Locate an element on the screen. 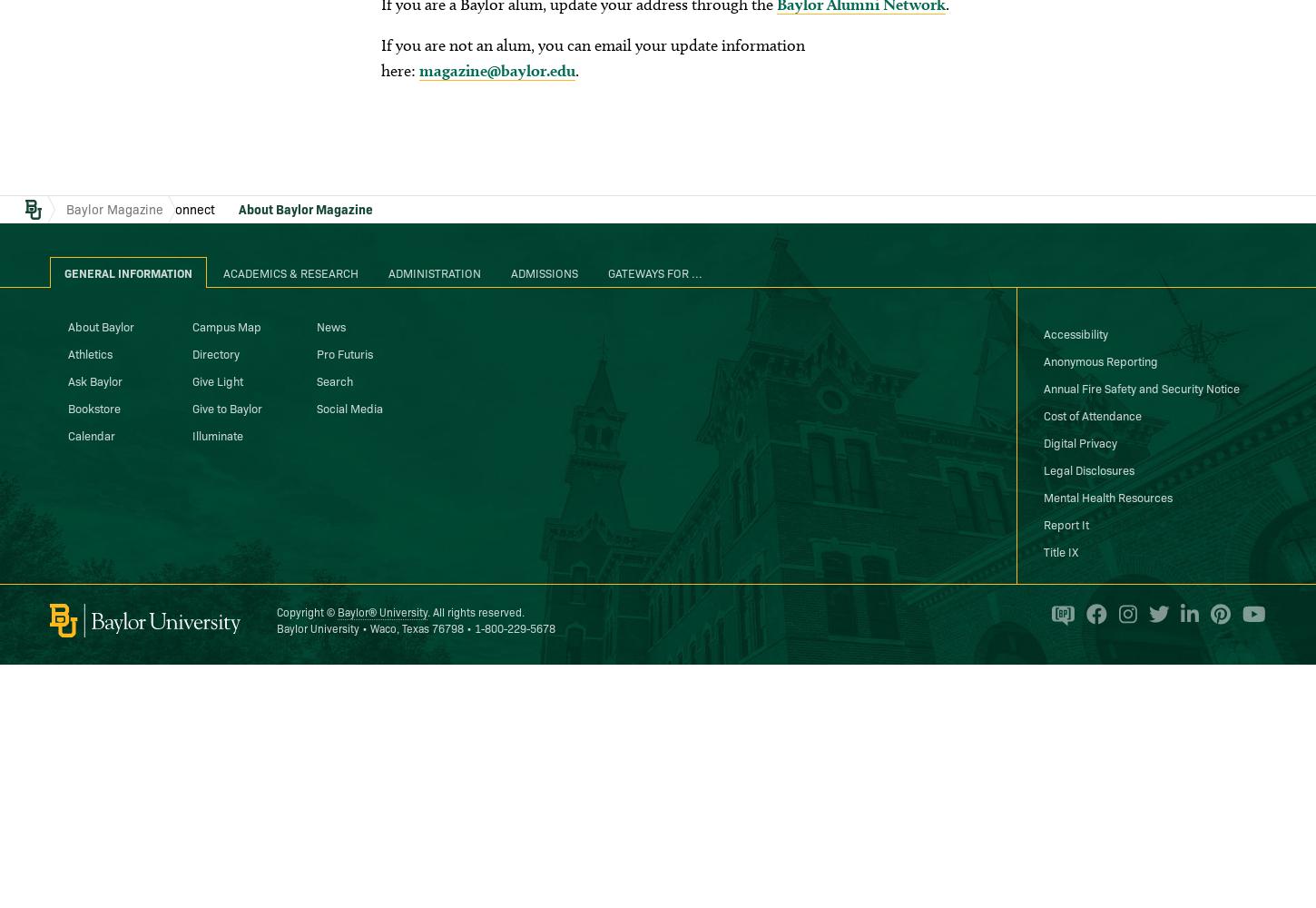 This screenshot has height=908, width=1316. 'Annual Fire Safety and Security Notice' is located at coordinates (1042, 387).